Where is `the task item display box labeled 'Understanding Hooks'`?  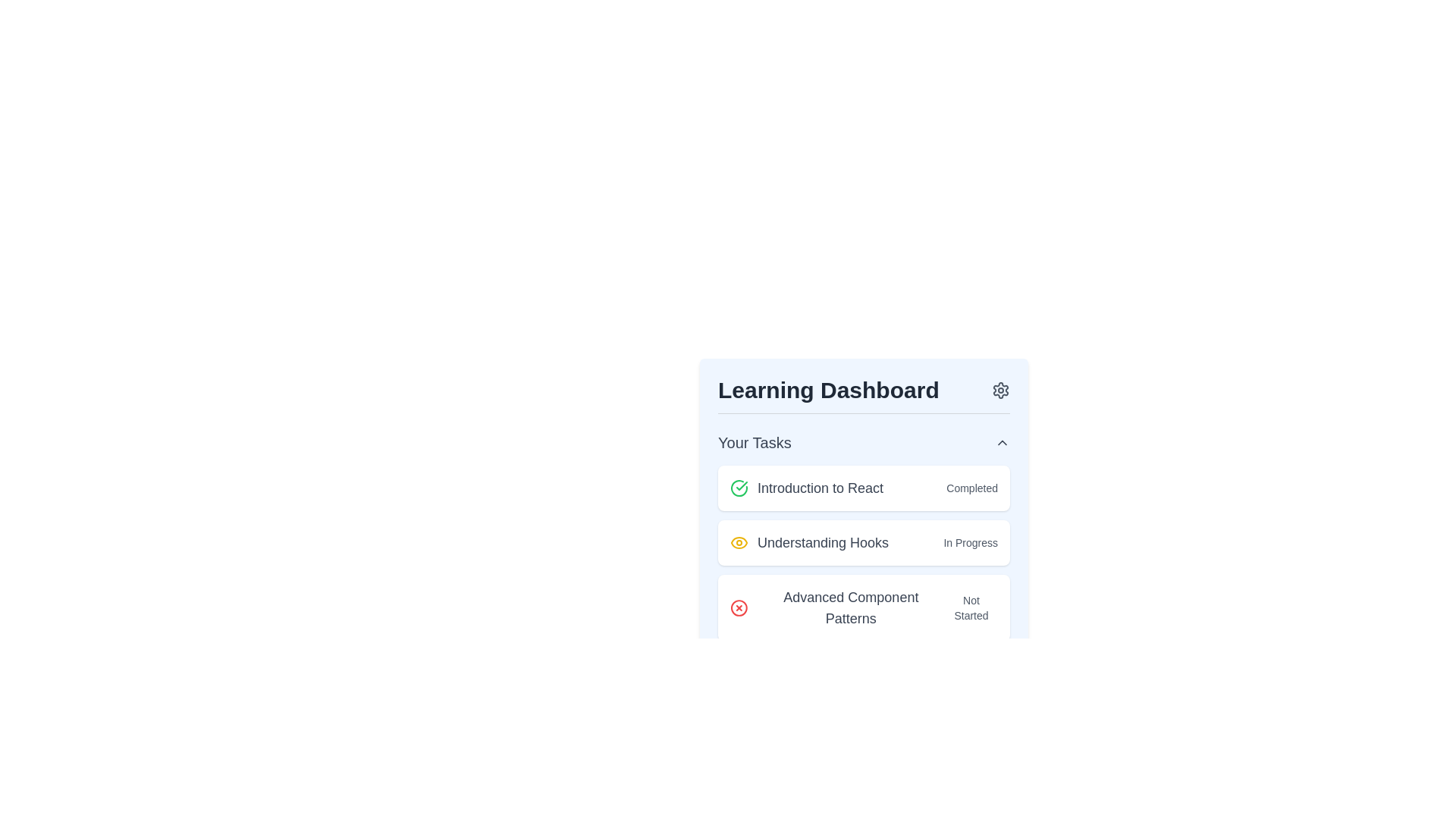 the task item display box labeled 'Understanding Hooks' is located at coordinates (864, 553).